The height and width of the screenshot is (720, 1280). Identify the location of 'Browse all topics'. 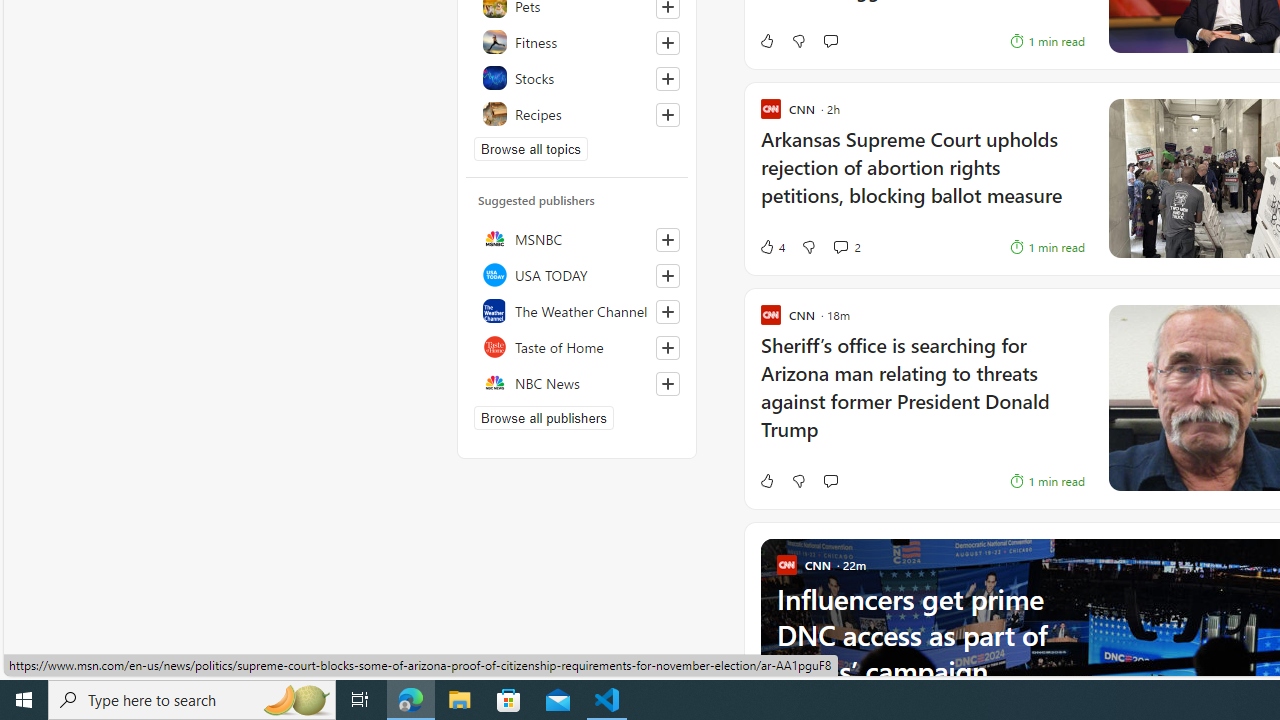
(531, 148).